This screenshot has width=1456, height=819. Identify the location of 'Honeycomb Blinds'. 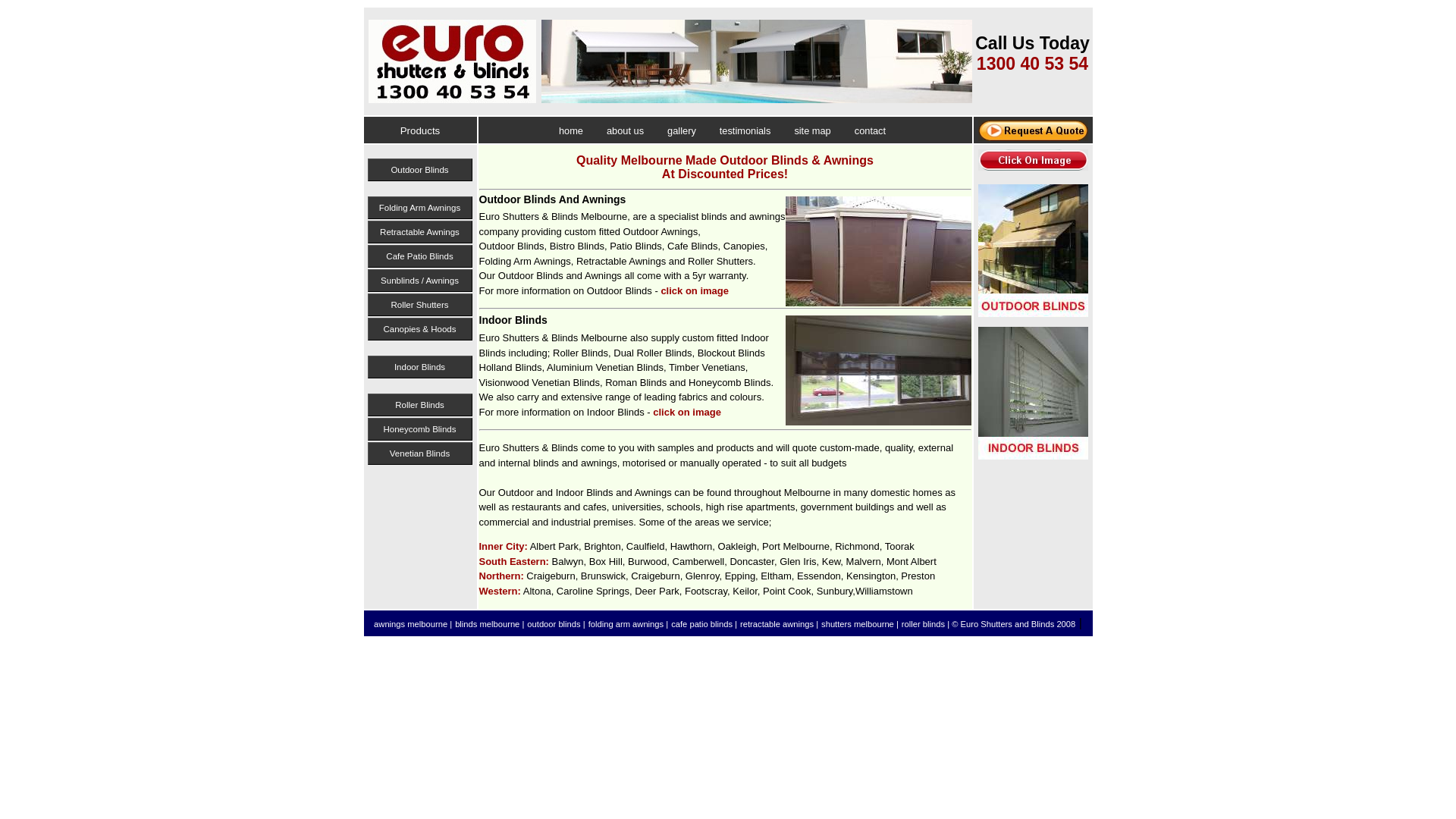
(367, 429).